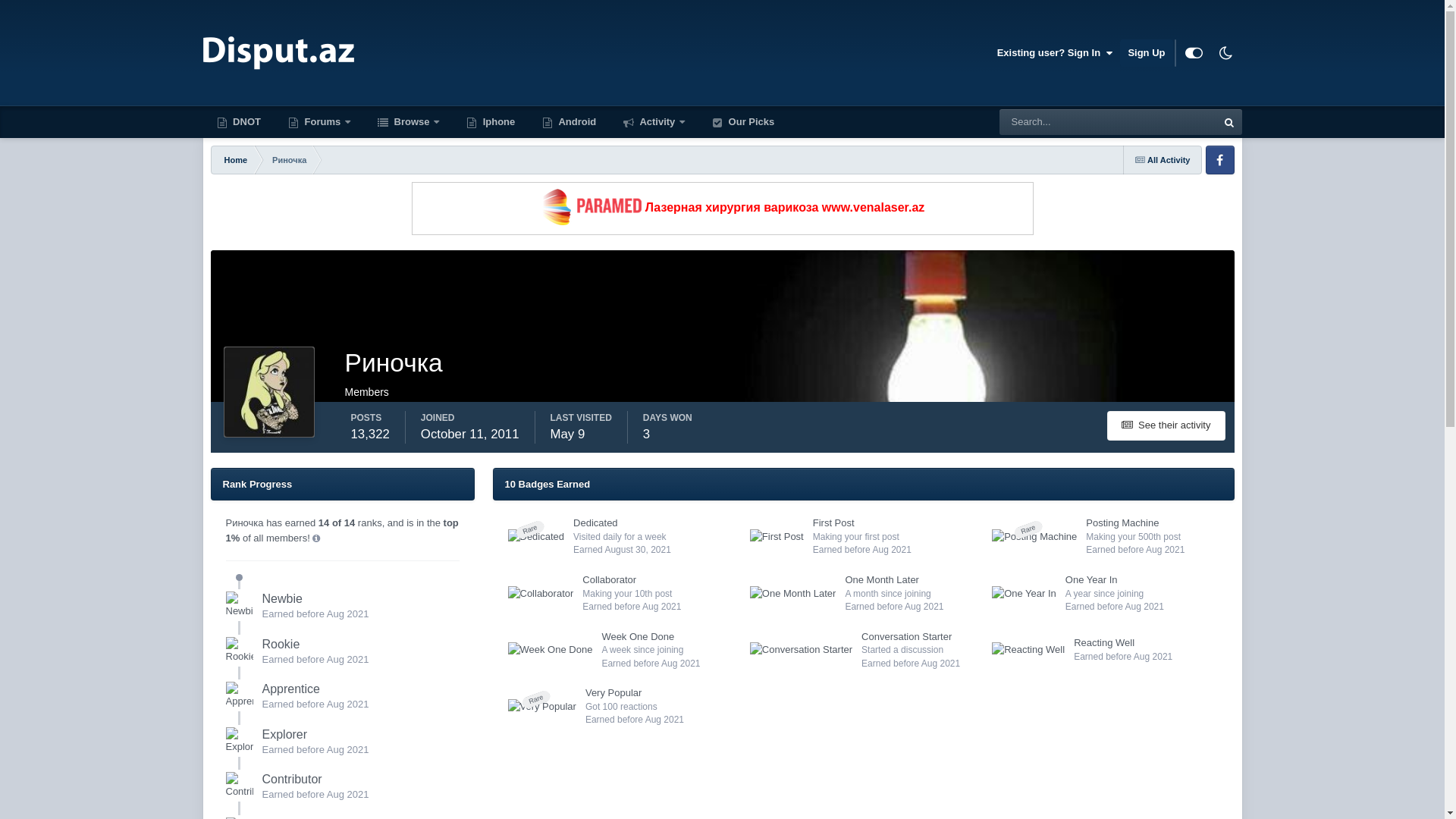 This screenshot has width=1456, height=819. Describe the element at coordinates (239, 695) in the screenshot. I see `'Rank: Apprentice (3/14)'` at that location.